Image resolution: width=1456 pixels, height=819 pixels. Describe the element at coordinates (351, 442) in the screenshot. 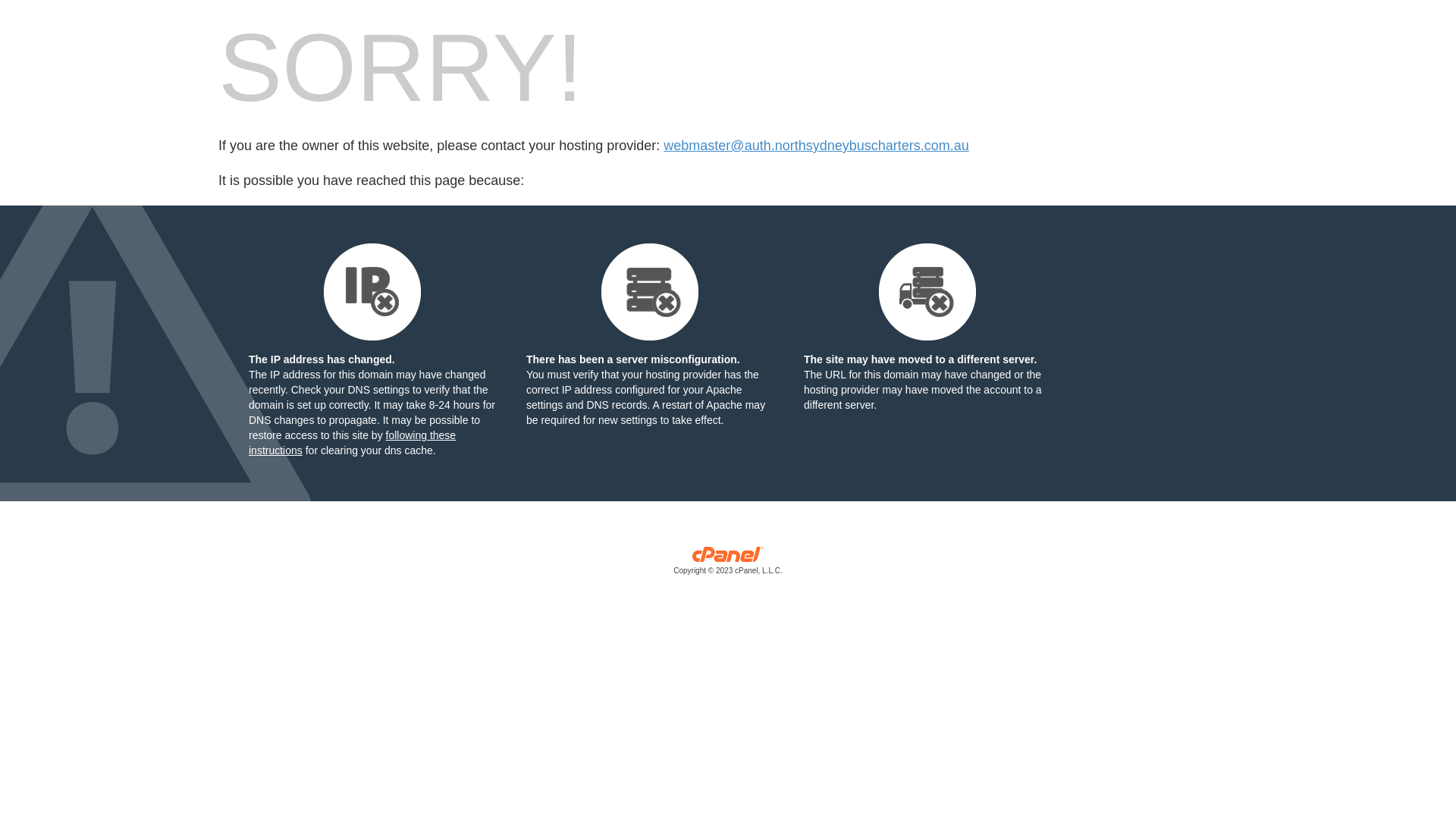

I see `'following these instructions'` at that location.